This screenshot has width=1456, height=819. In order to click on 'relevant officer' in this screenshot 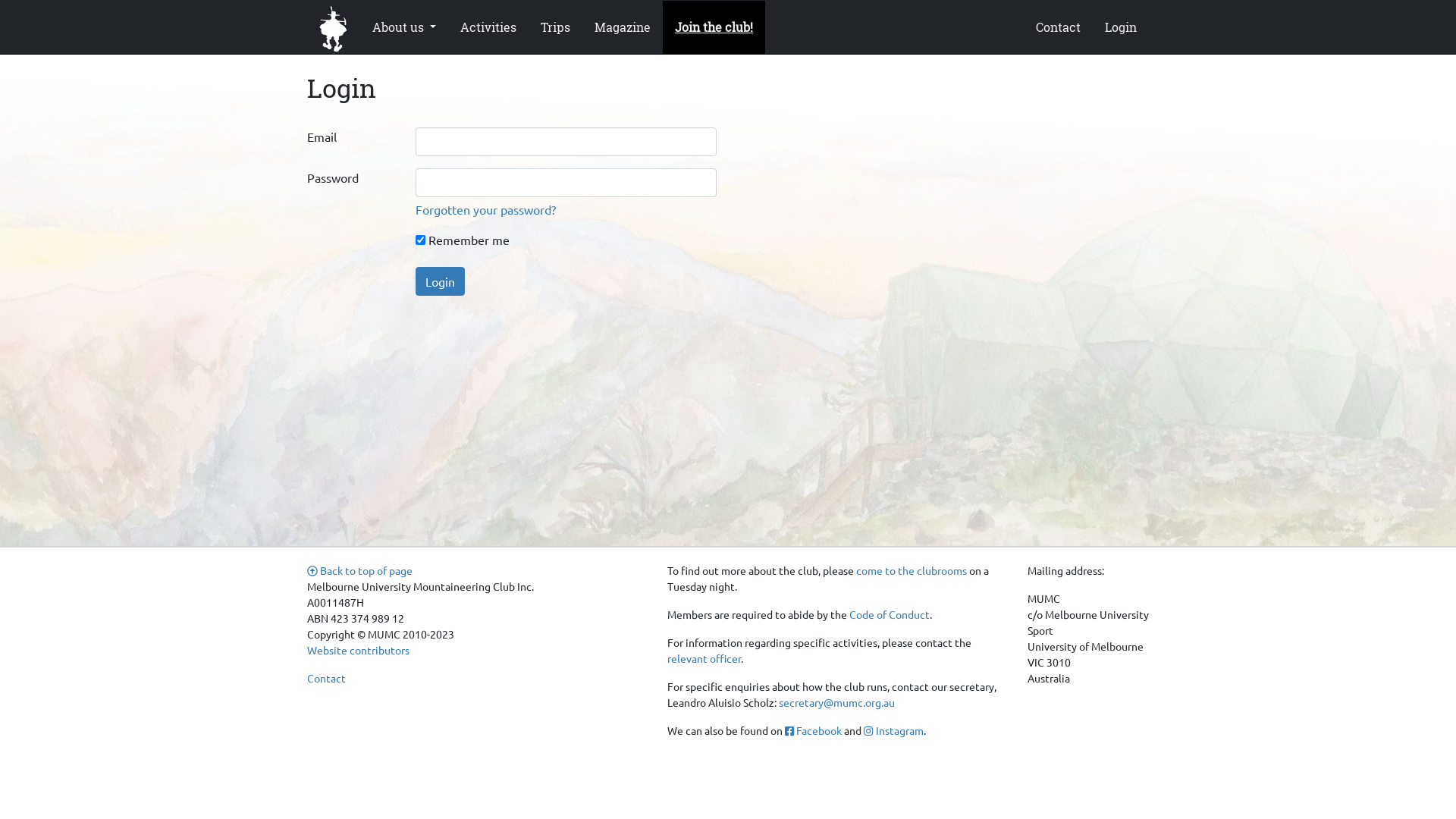, I will do `click(703, 657)`.